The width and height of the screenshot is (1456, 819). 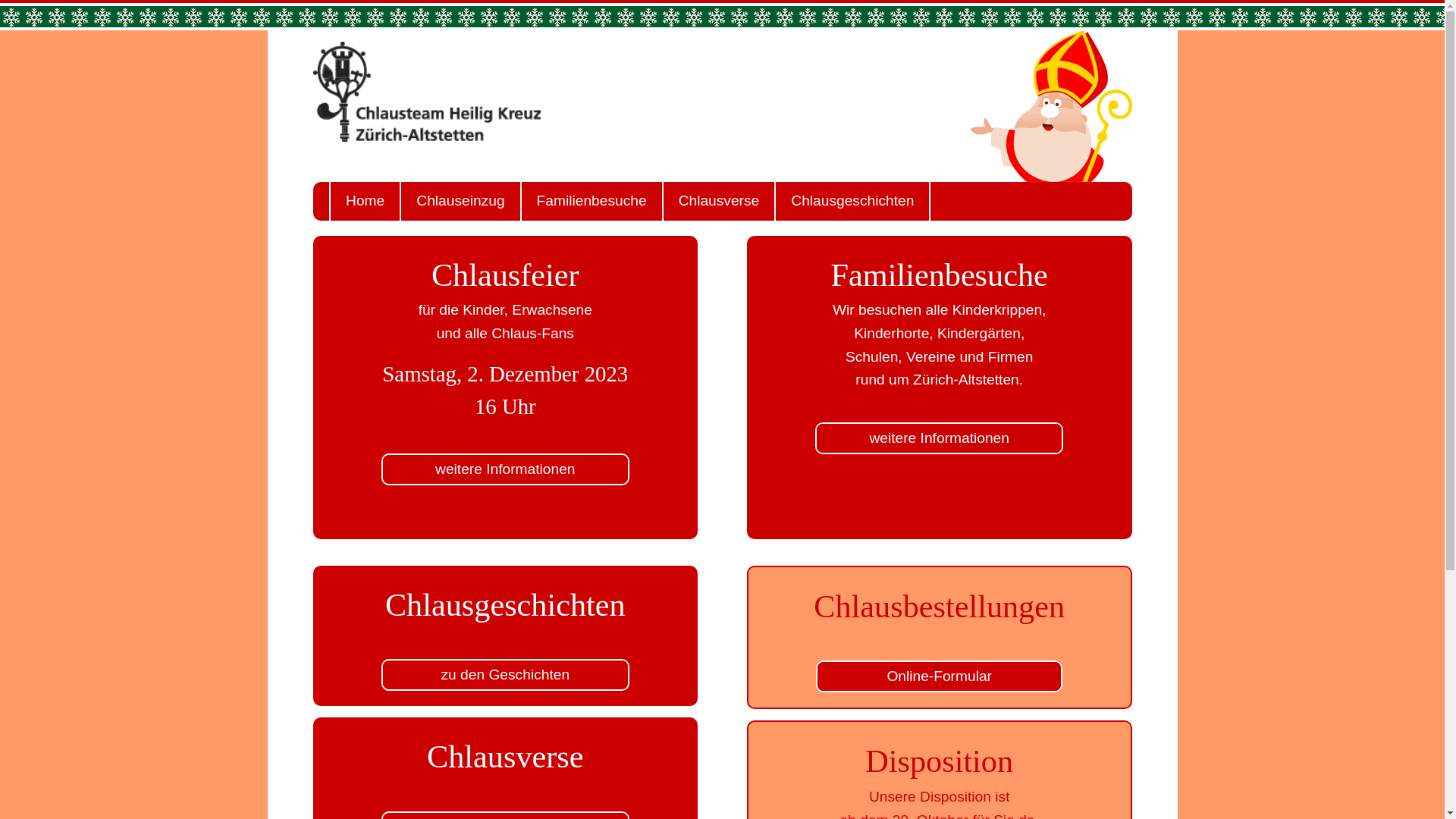 What do you see at coordinates (938, 438) in the screenshot?
I see `'weitere Informationen'` at bounding box center [938, 438].